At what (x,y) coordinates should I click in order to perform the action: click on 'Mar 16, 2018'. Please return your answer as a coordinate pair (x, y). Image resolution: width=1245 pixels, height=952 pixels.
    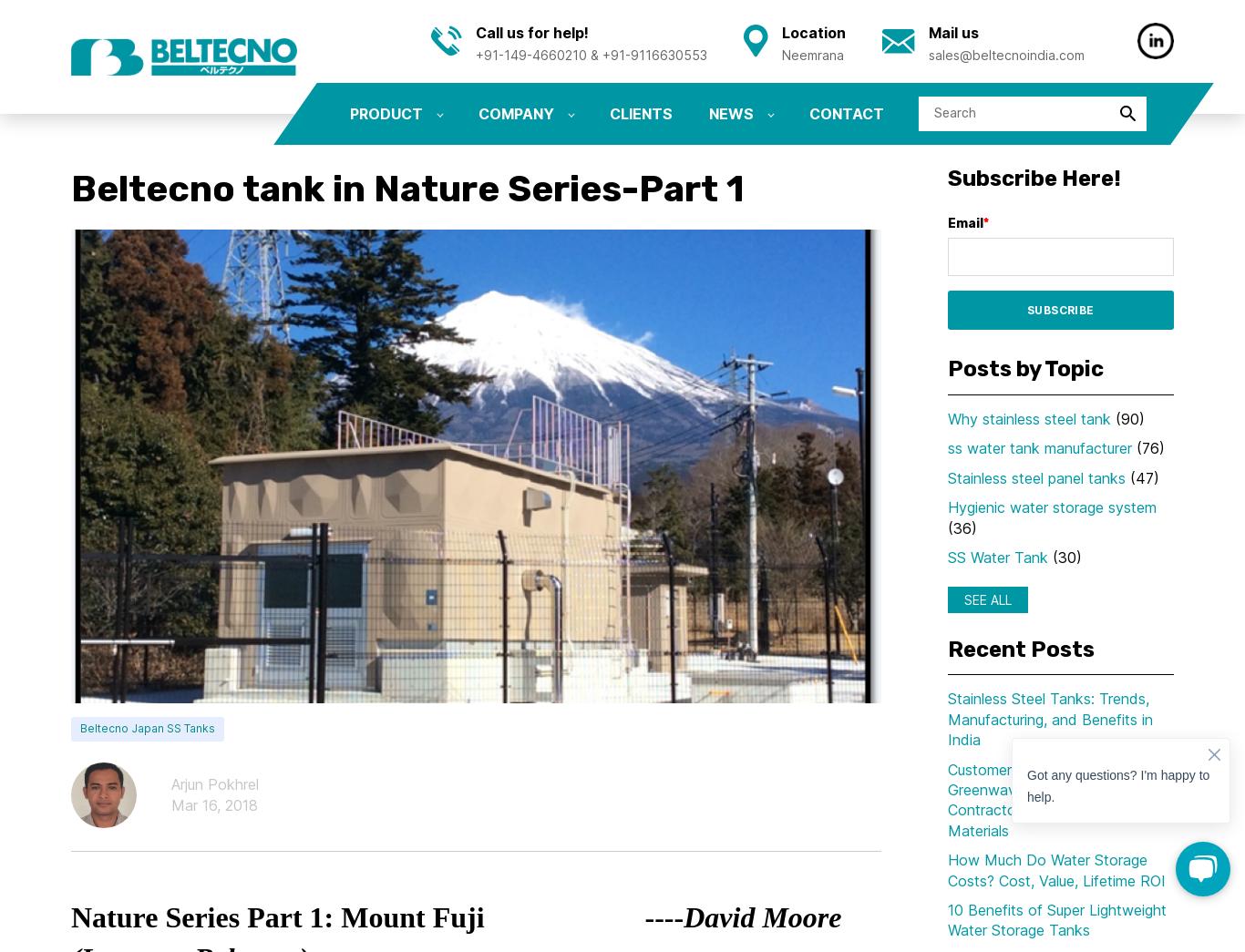
    Looking at the image, I should click on (214, 804).